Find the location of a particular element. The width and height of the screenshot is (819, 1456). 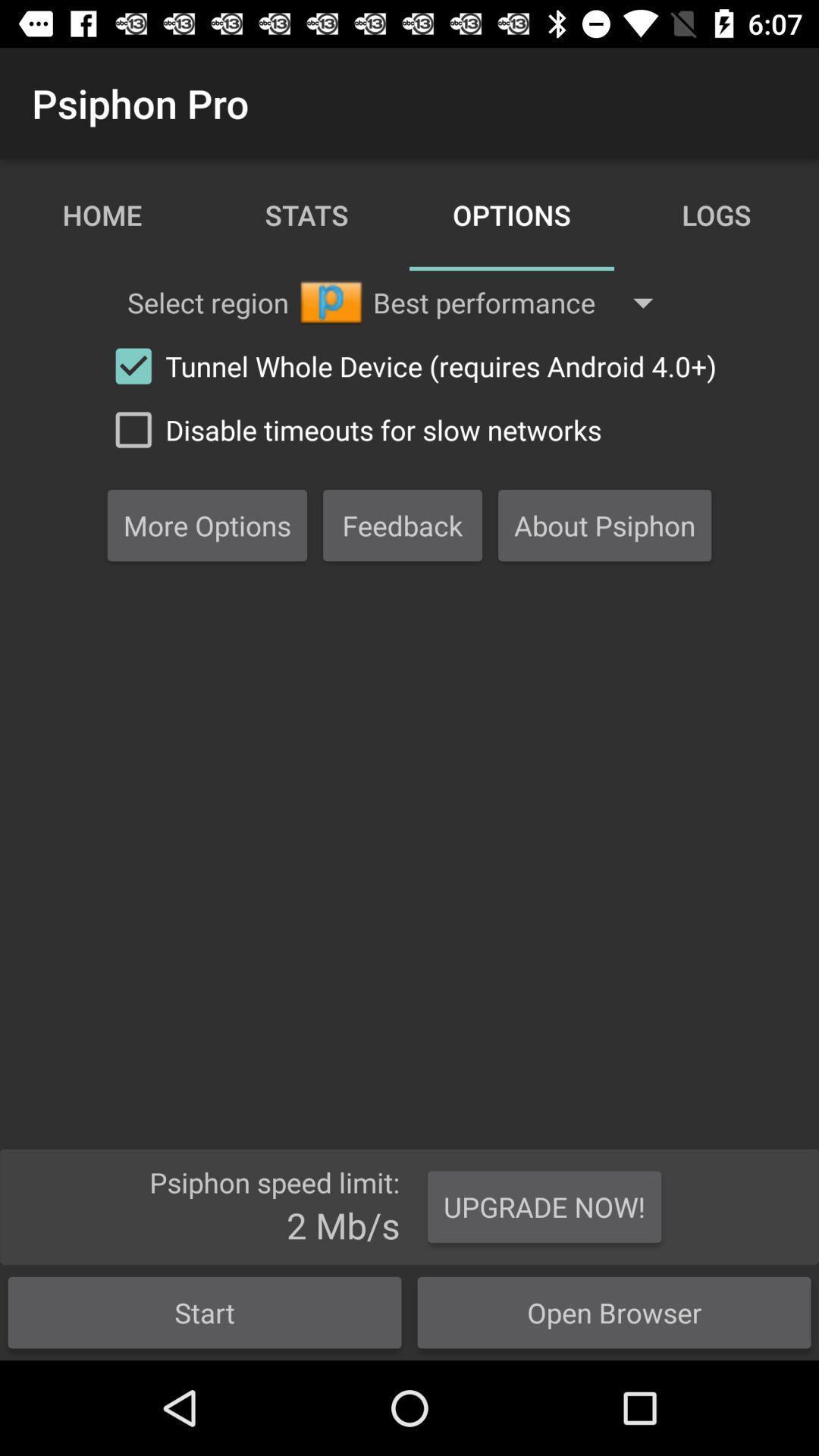

the text below the tunnel whole devicesrequires android 40 is located at coordinates (351, 428).